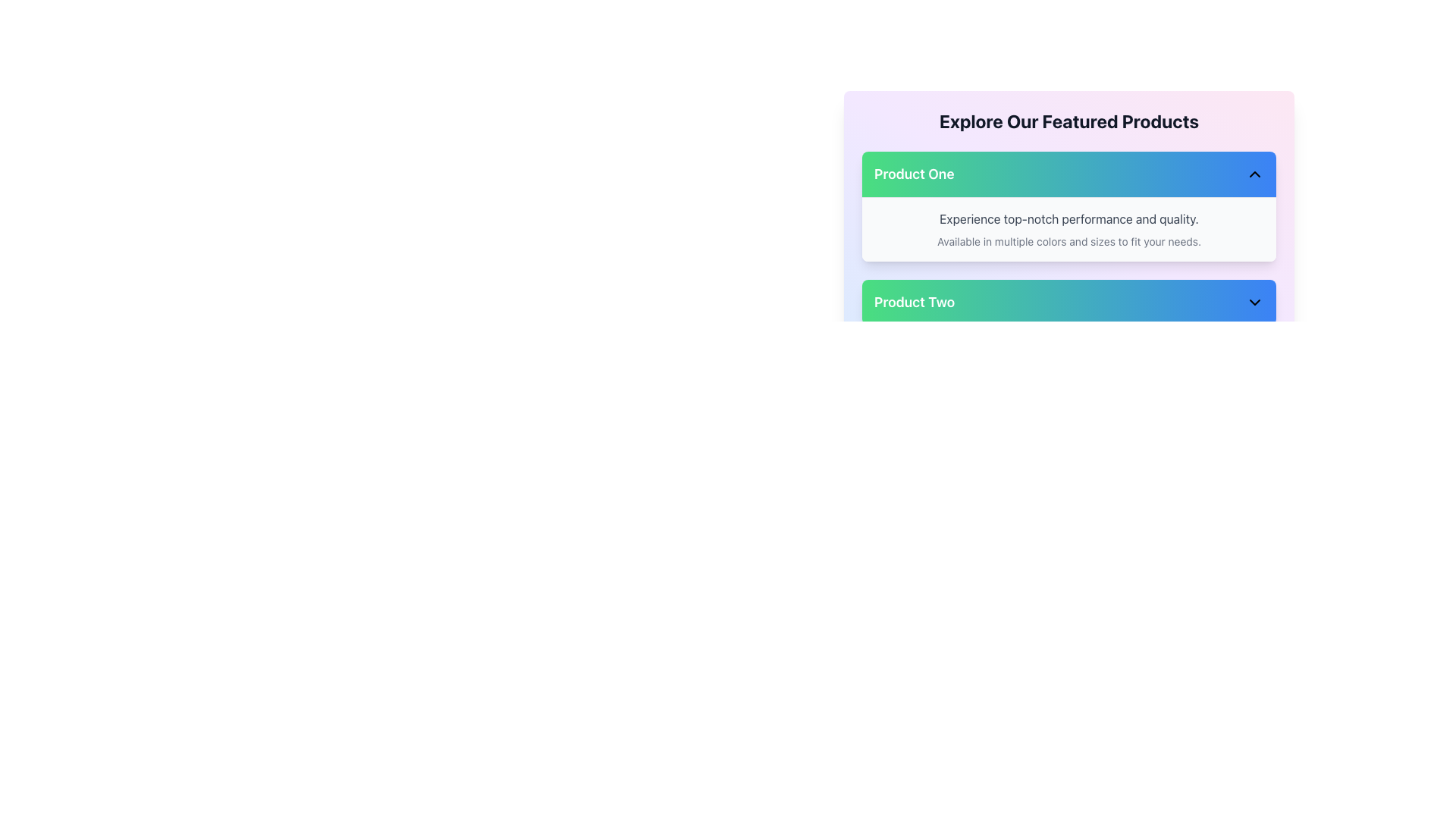 The height and width of the screenshot is (819, 1456). What do you see at coordinates (1255, 174) in the screenshot?
I see `the upward-pointing chevron icon located at the far right of the 'Product One' header` at bounding box center [1255, 174].